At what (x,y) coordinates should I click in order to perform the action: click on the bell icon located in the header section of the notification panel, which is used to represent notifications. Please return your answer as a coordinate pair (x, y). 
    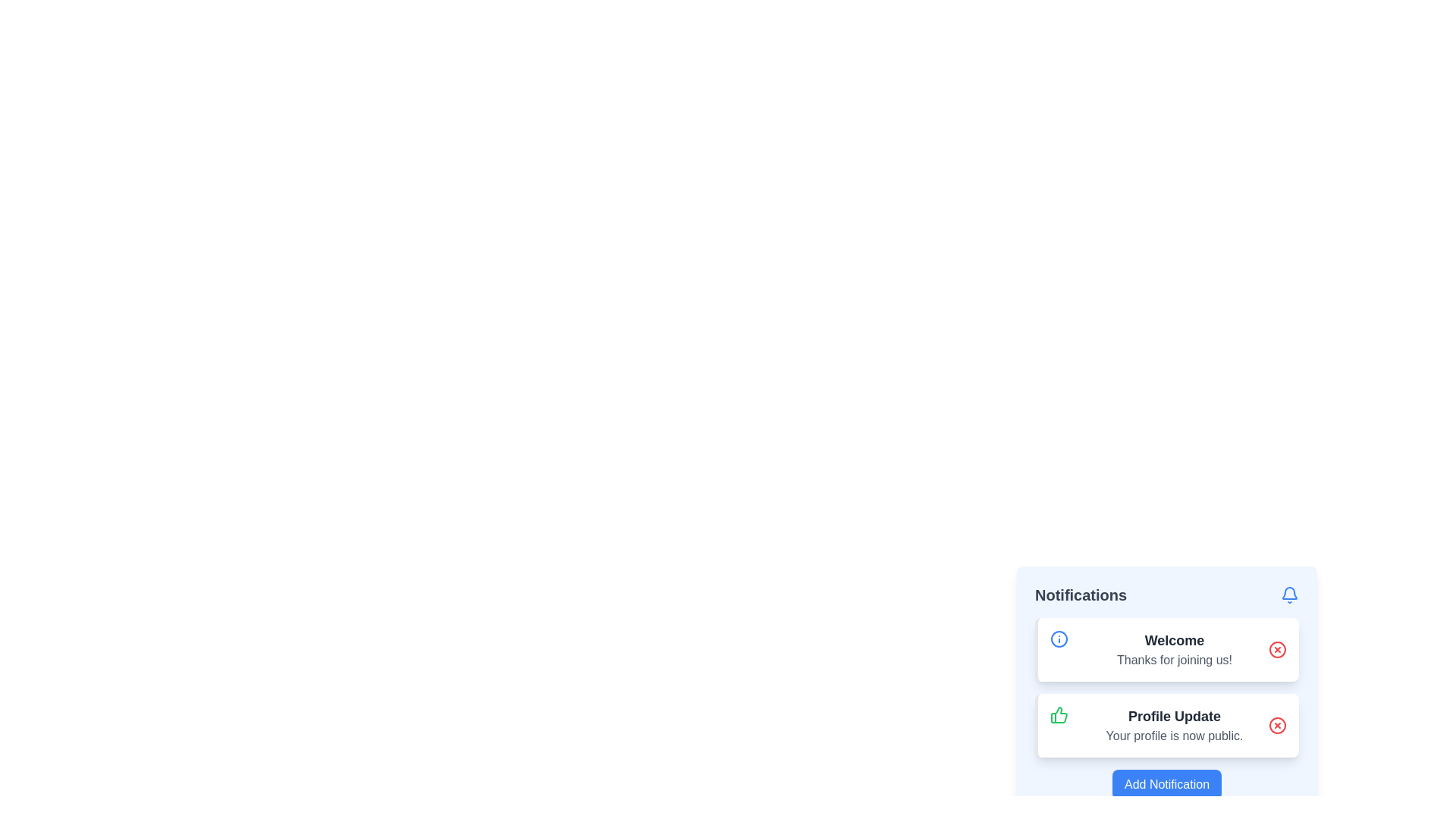
    Looking at the image, I should click on (1288, 595).